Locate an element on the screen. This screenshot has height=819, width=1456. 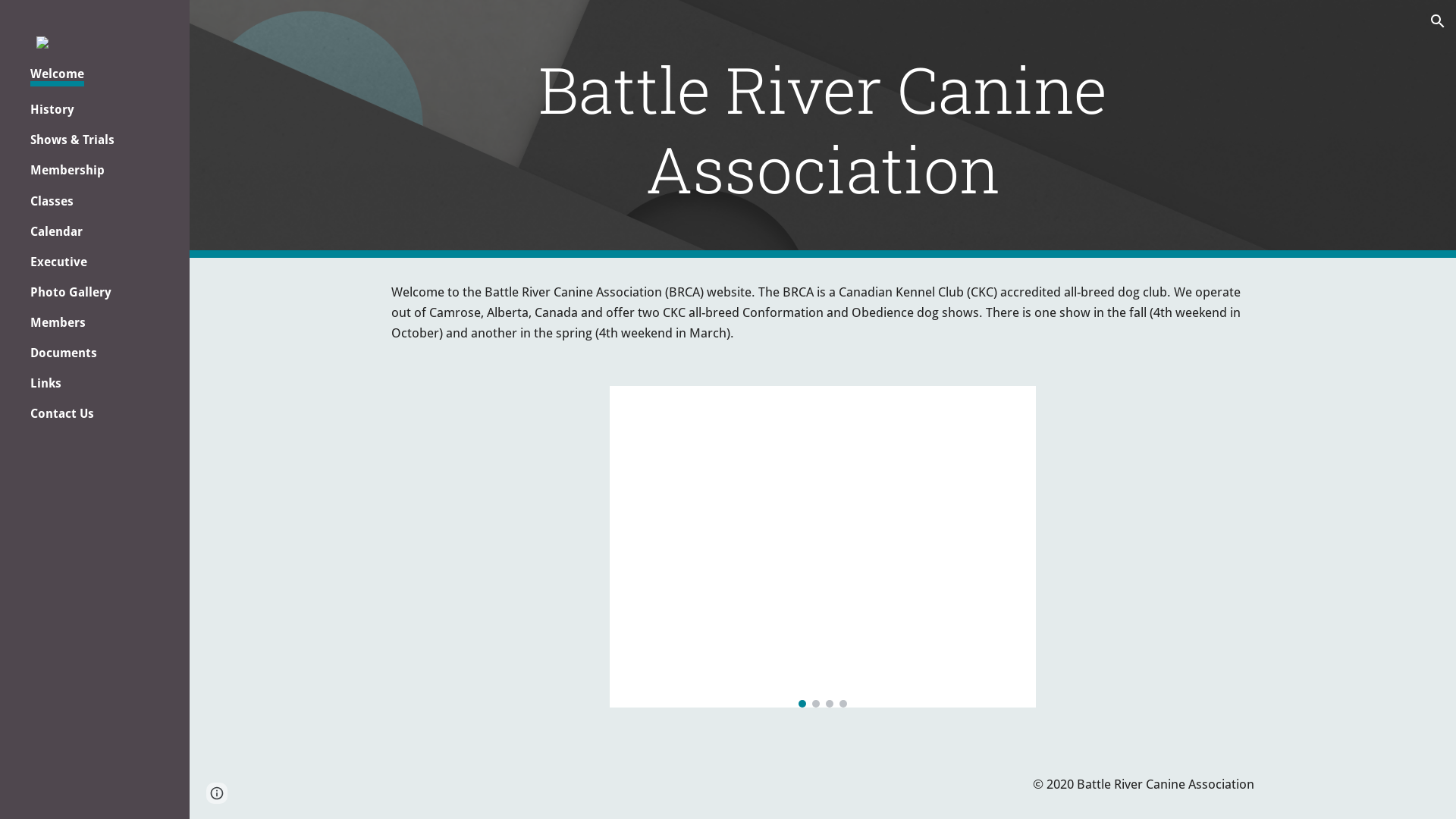
'Membership' is located at coordinates (30, 170).